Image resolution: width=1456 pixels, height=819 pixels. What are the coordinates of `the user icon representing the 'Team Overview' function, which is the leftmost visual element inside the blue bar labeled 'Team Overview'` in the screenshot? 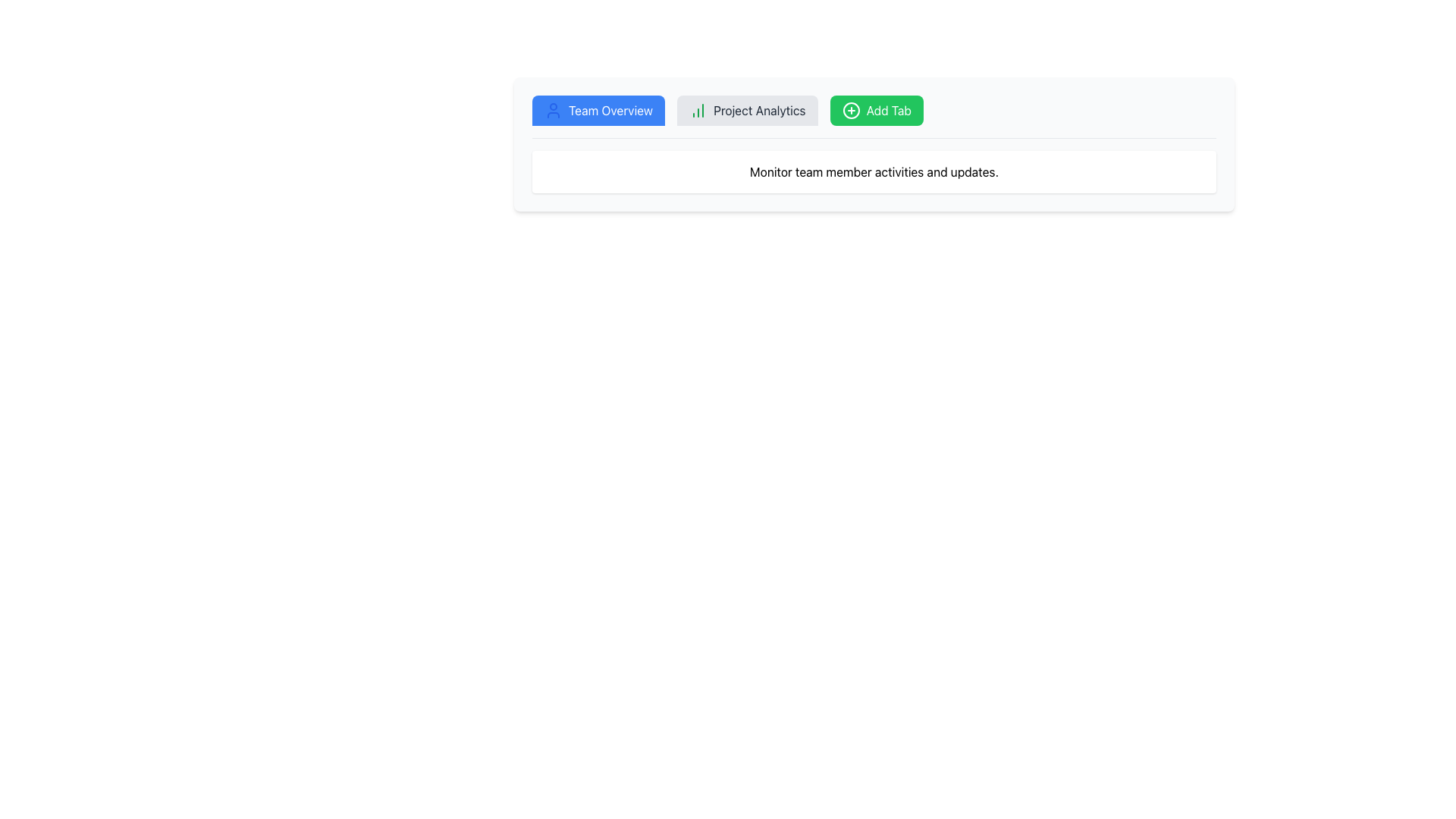 It's located at (552, 110).